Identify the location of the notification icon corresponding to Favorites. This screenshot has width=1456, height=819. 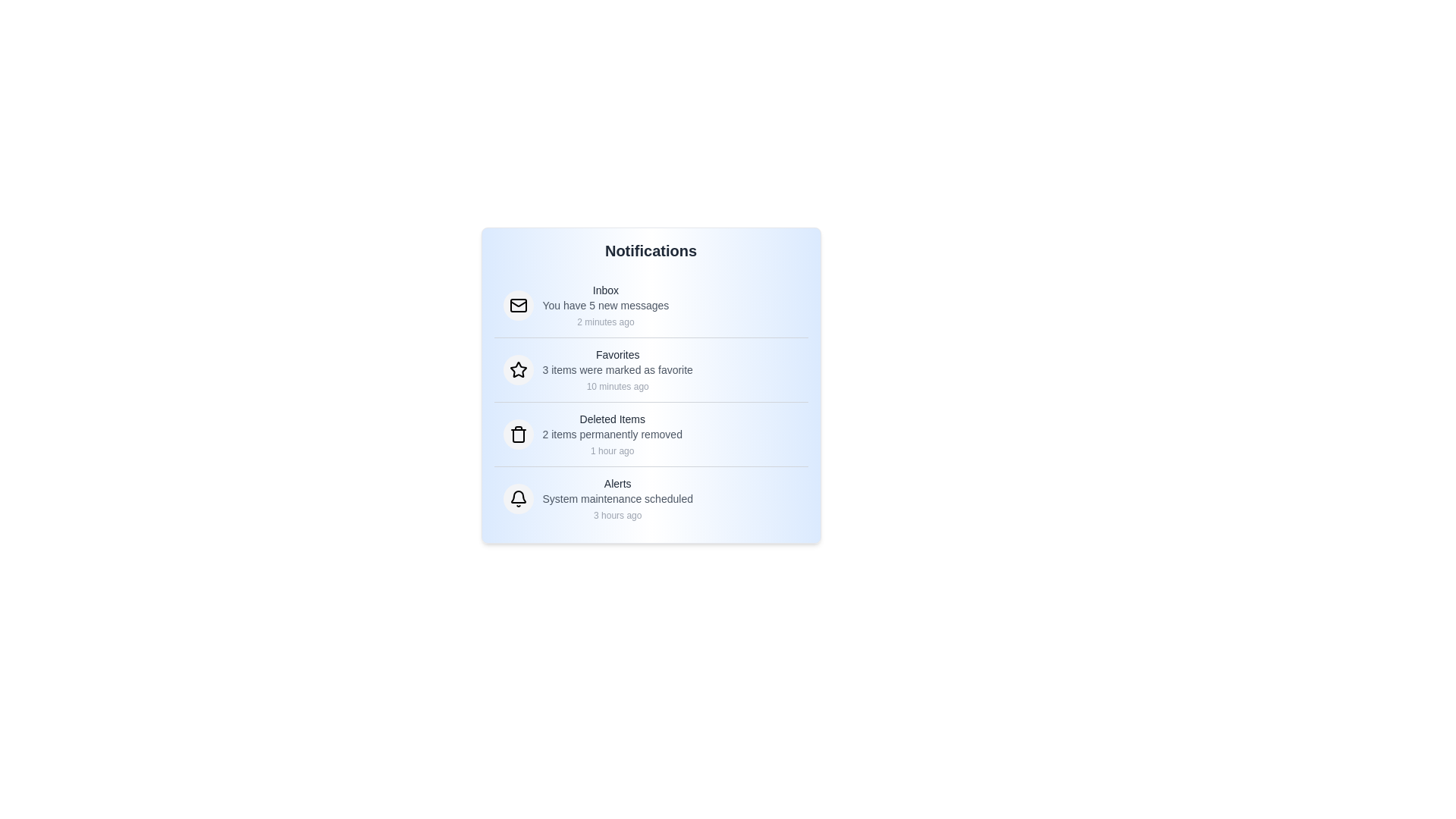
(518, 370).